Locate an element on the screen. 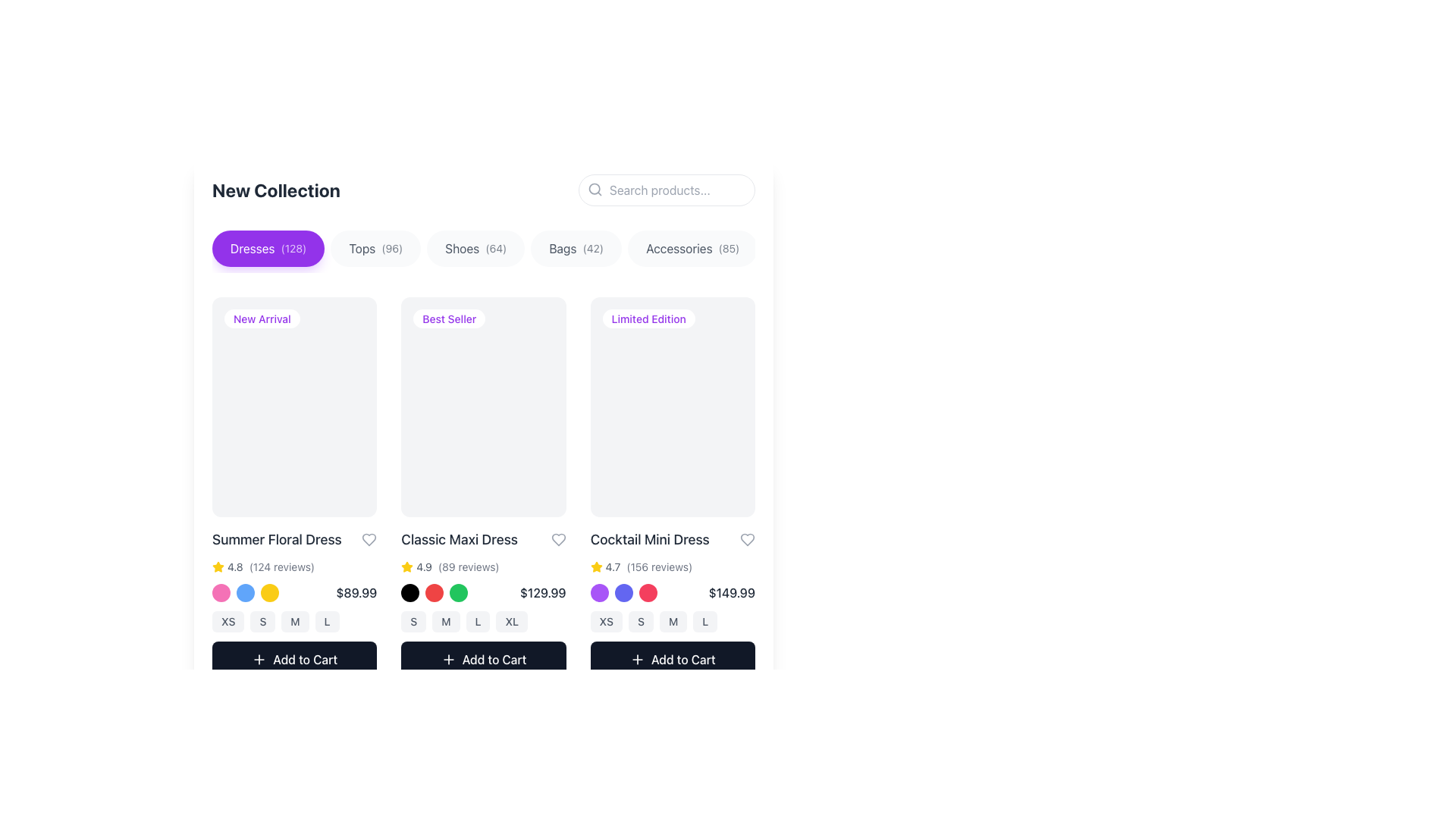 The width and height of the screenshot is (1456, 819). the size 'L' button located in the lower-right area of the product's section, which is the fourth button in a horizontal list of size selection options is located at coordinates (326, 621).